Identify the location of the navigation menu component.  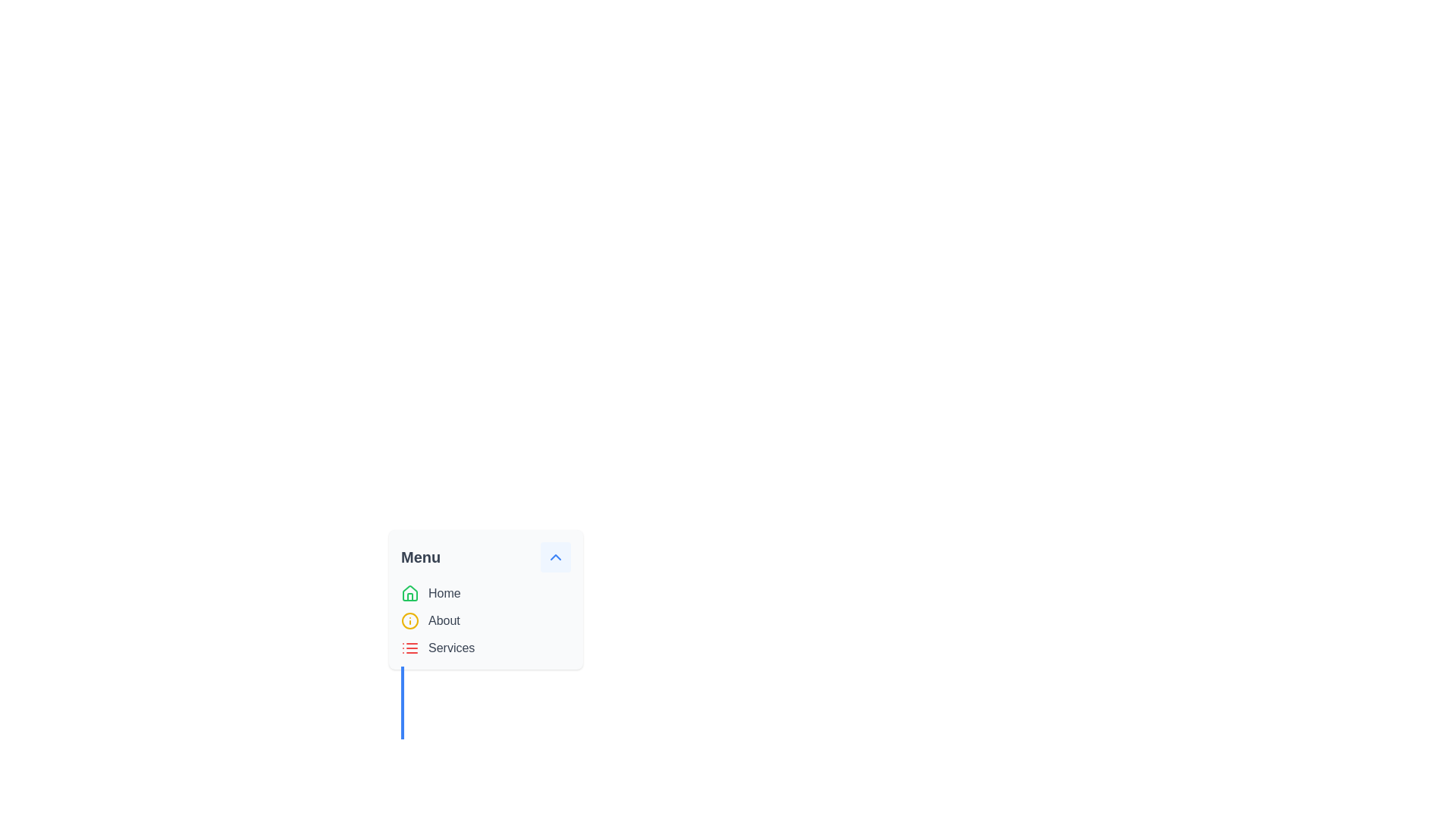
(541, 642).